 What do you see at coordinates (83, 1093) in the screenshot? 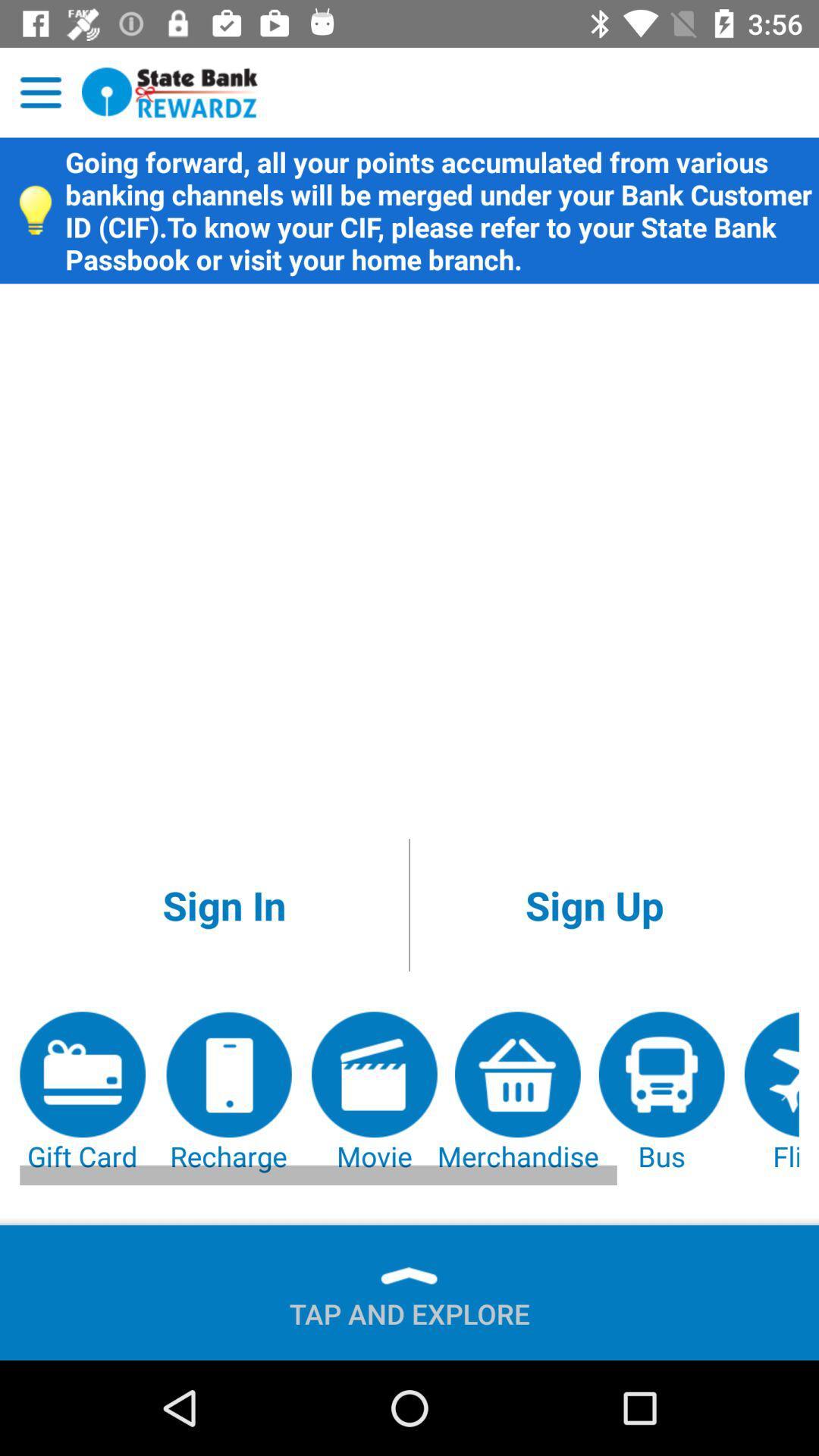
I see `gift card app` at bounding box center [83, 1093].